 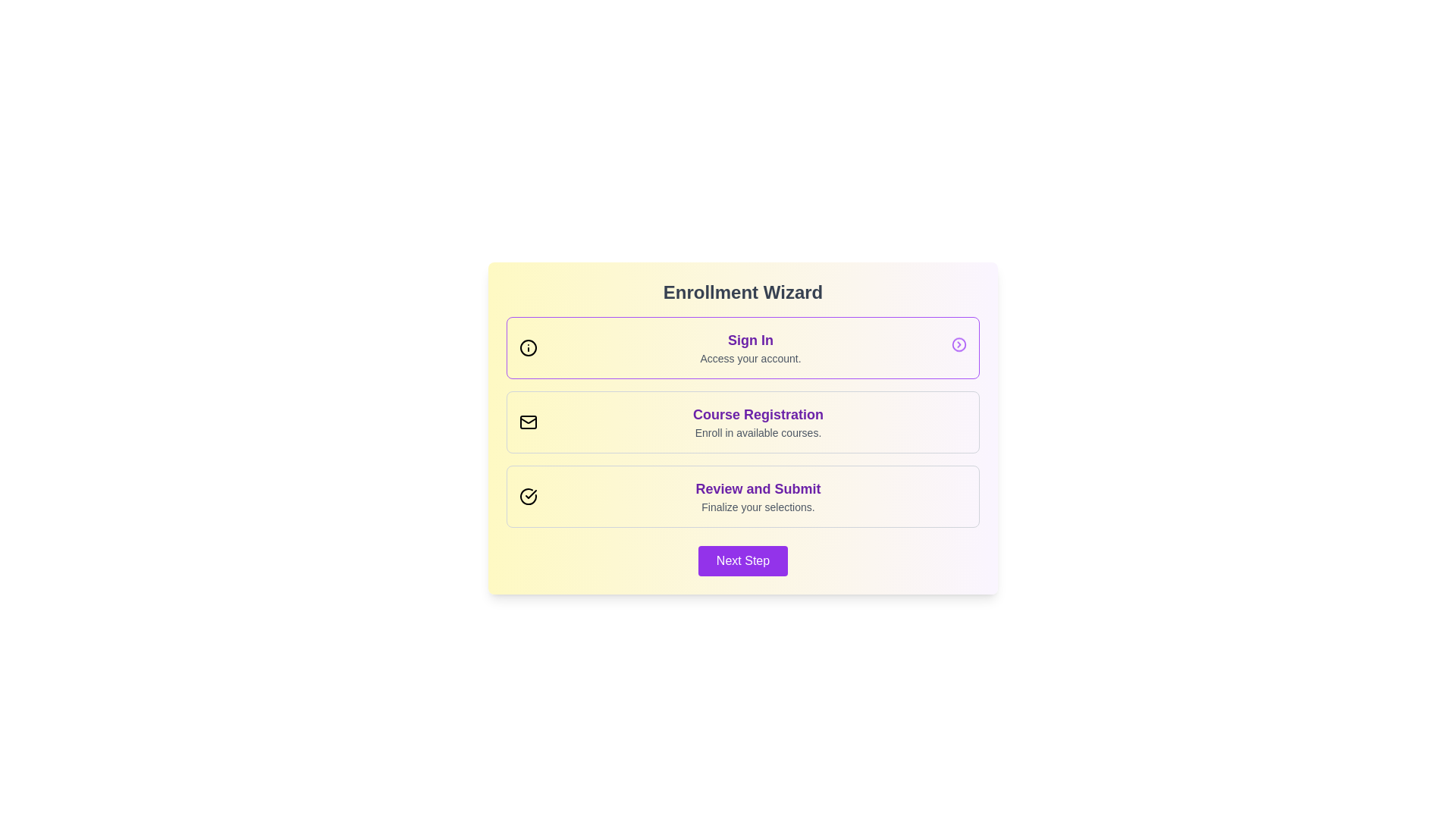 What do you see at coordinates (758, 488) in the screenshot?
I see `the static text element that serves as the heading for the review and submission step in the wizard` at bounding box center [758, 488].